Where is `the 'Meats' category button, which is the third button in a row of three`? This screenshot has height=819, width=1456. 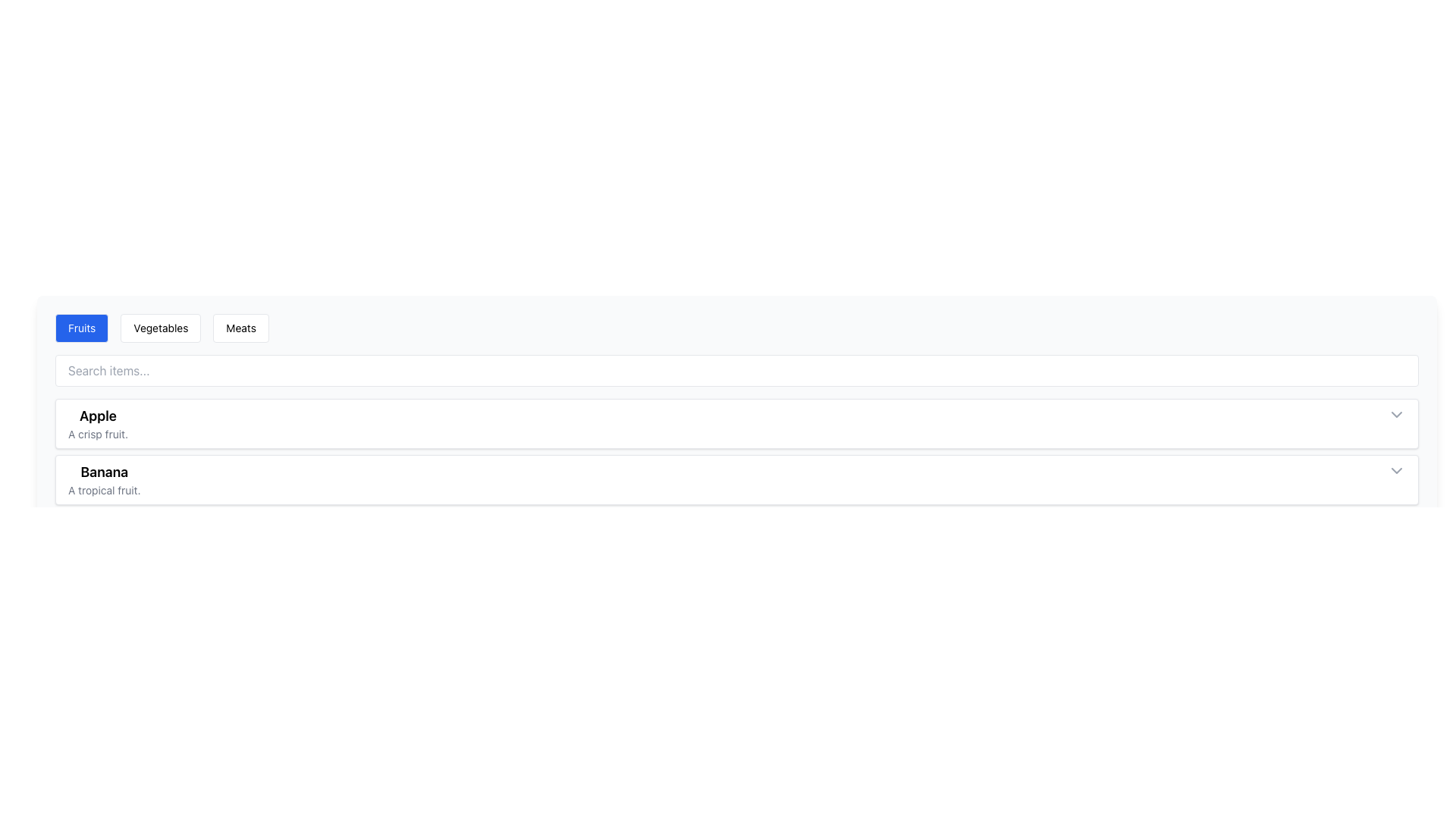
the 'Meats' category button, which is the third button in a row of three is located at coordinates (240, 327).